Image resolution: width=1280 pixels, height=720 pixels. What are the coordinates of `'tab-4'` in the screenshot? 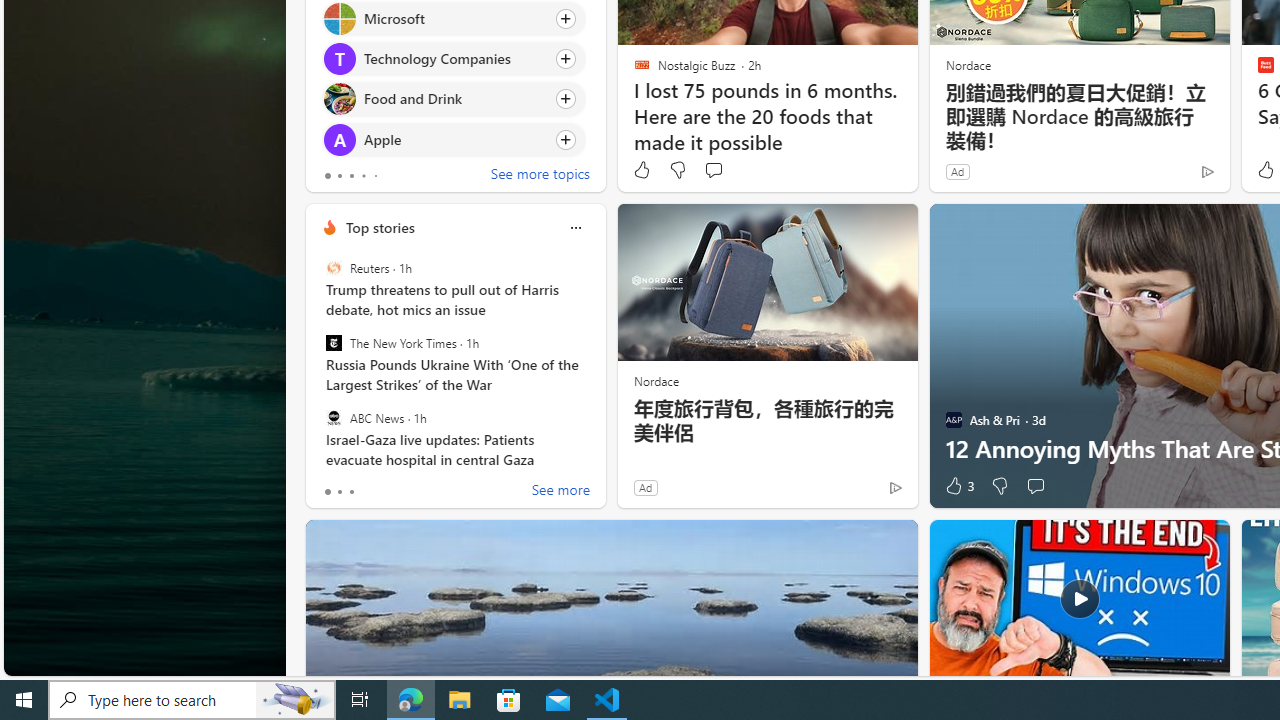 It's located at (375, 175).